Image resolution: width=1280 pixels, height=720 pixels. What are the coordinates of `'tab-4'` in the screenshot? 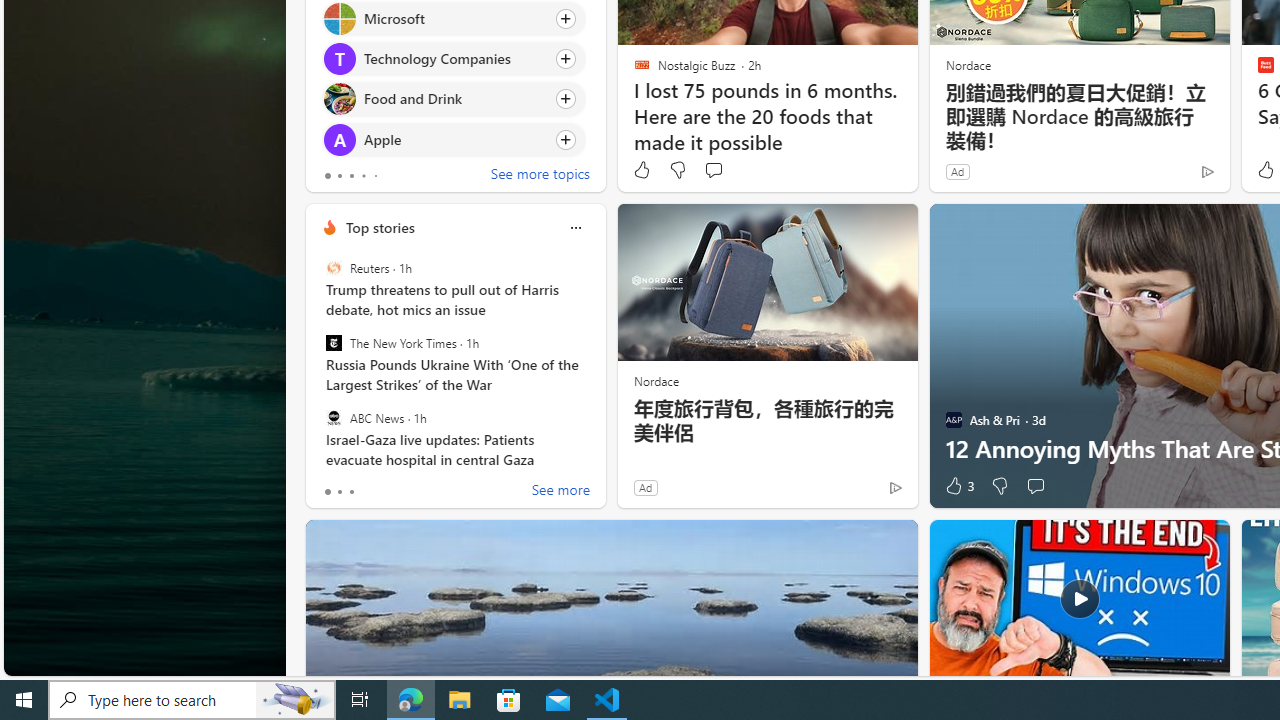 It's located at (375, 175).